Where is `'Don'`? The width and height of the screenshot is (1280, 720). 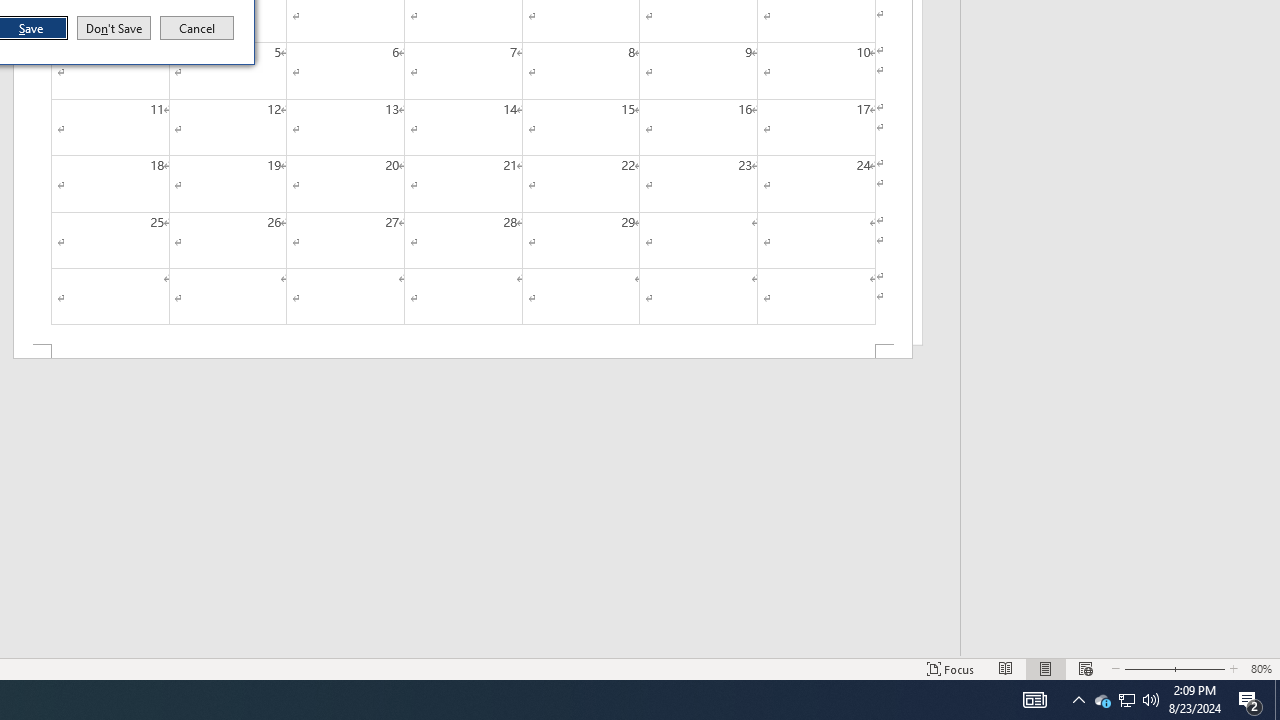 'Don' is located at coordinates (112, 28).